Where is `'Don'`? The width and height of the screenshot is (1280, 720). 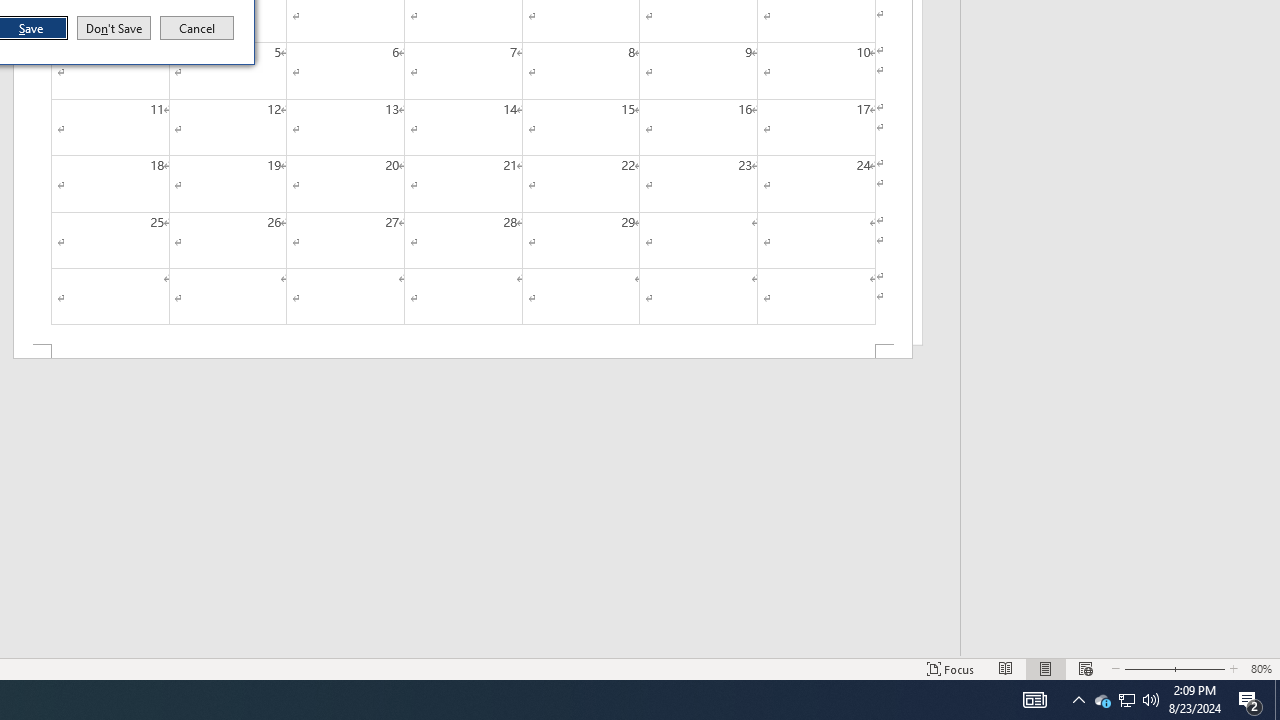 'Don' is located at coordinates (112, 28).